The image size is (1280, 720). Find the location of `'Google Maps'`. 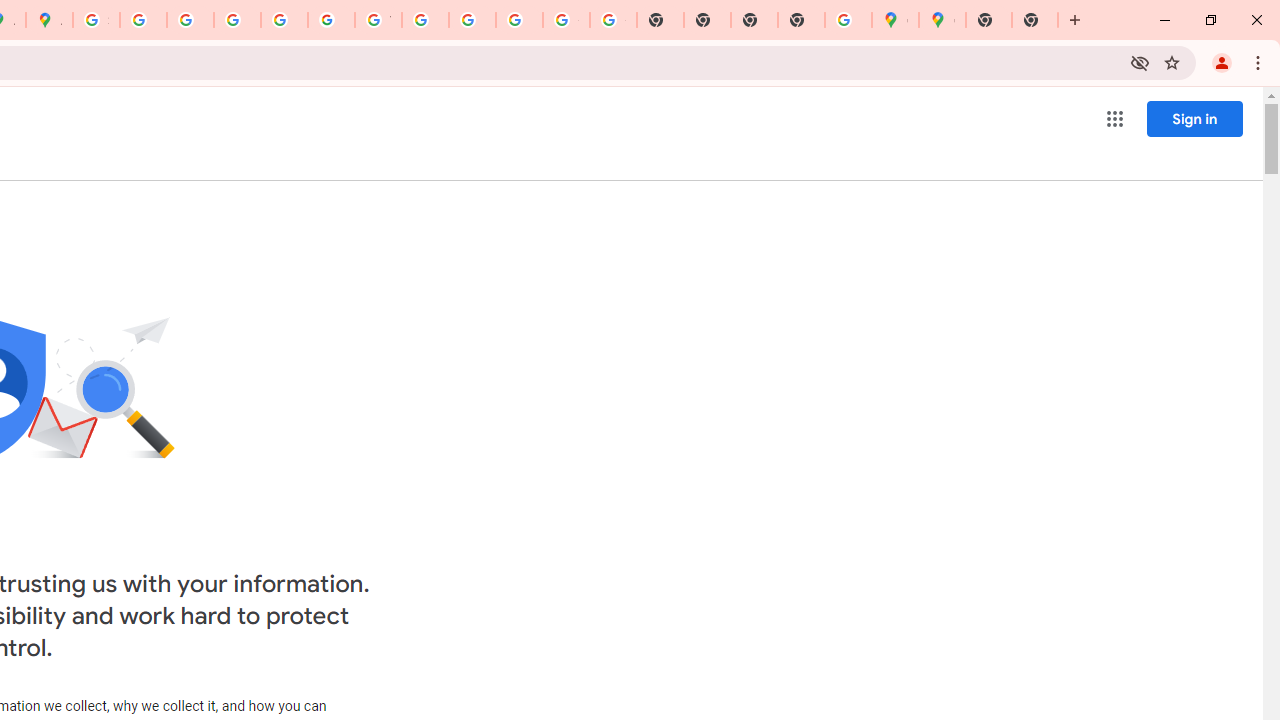

'Google Maps' is located at coordinates (941, 20).